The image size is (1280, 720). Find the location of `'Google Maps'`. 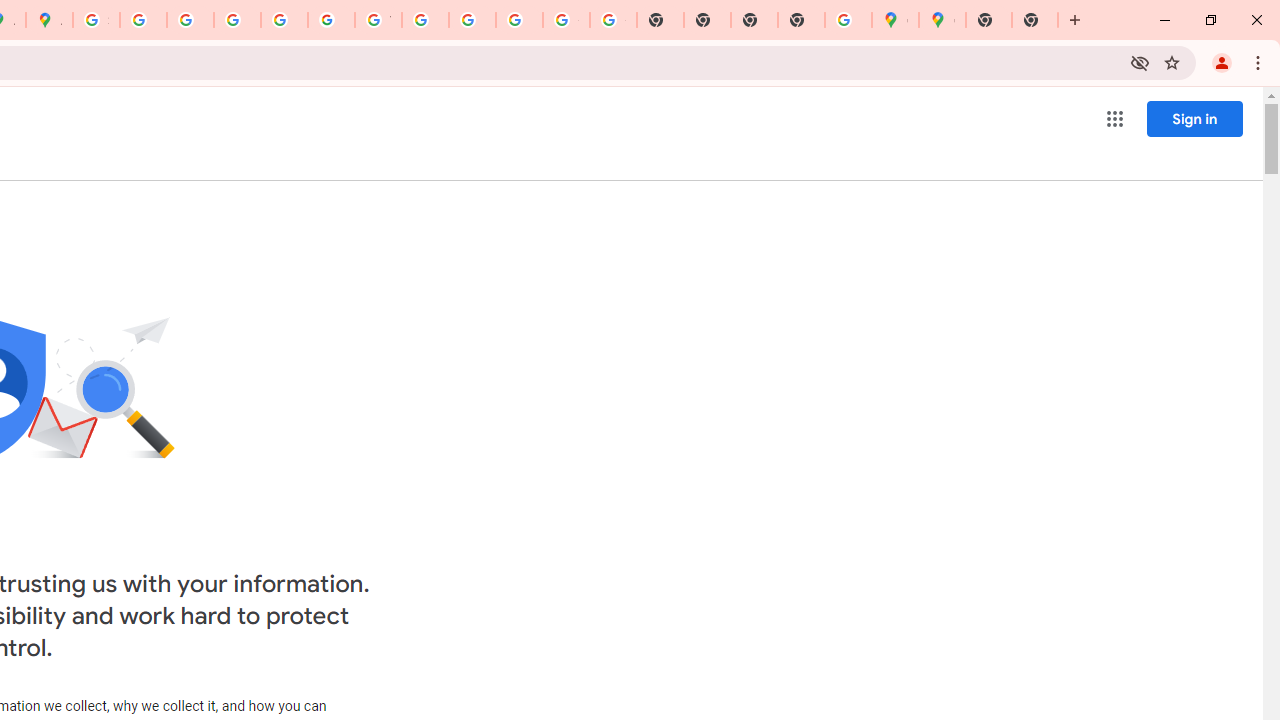

'Google Maps' is located at coordinates (941, 20).